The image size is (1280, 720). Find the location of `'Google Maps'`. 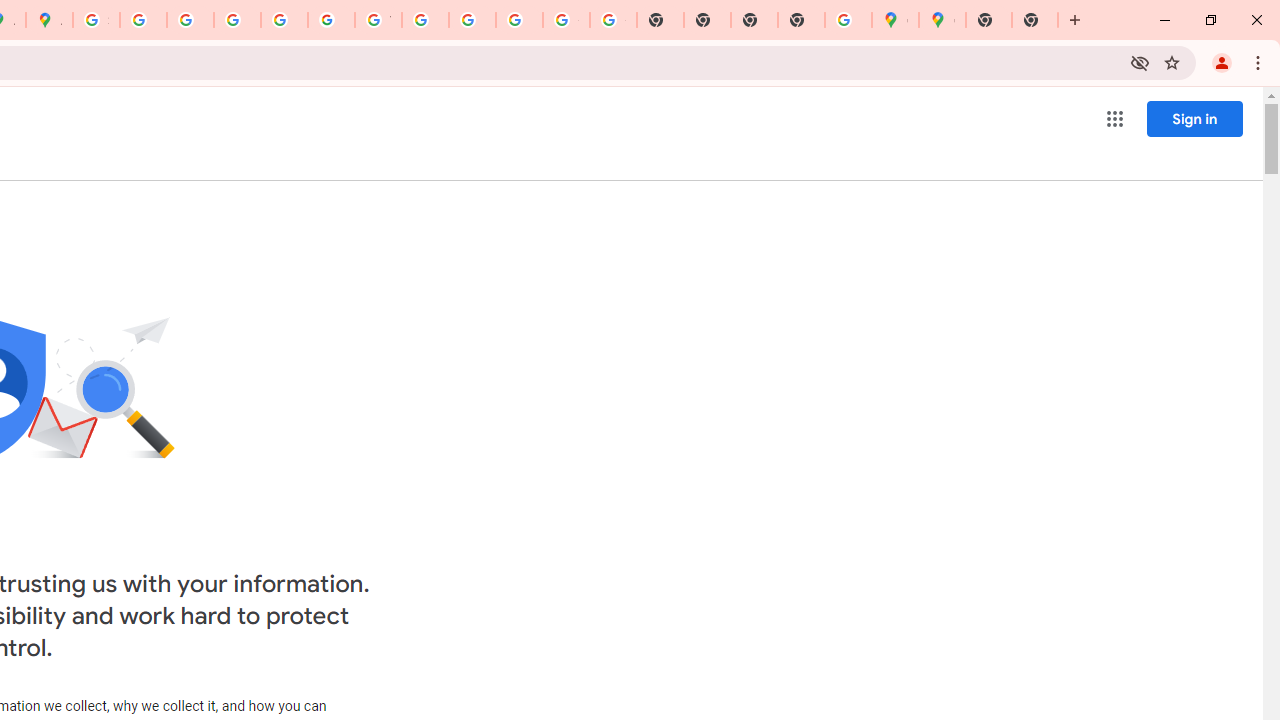

'Google Maps' is located at coordinates (941, 20).